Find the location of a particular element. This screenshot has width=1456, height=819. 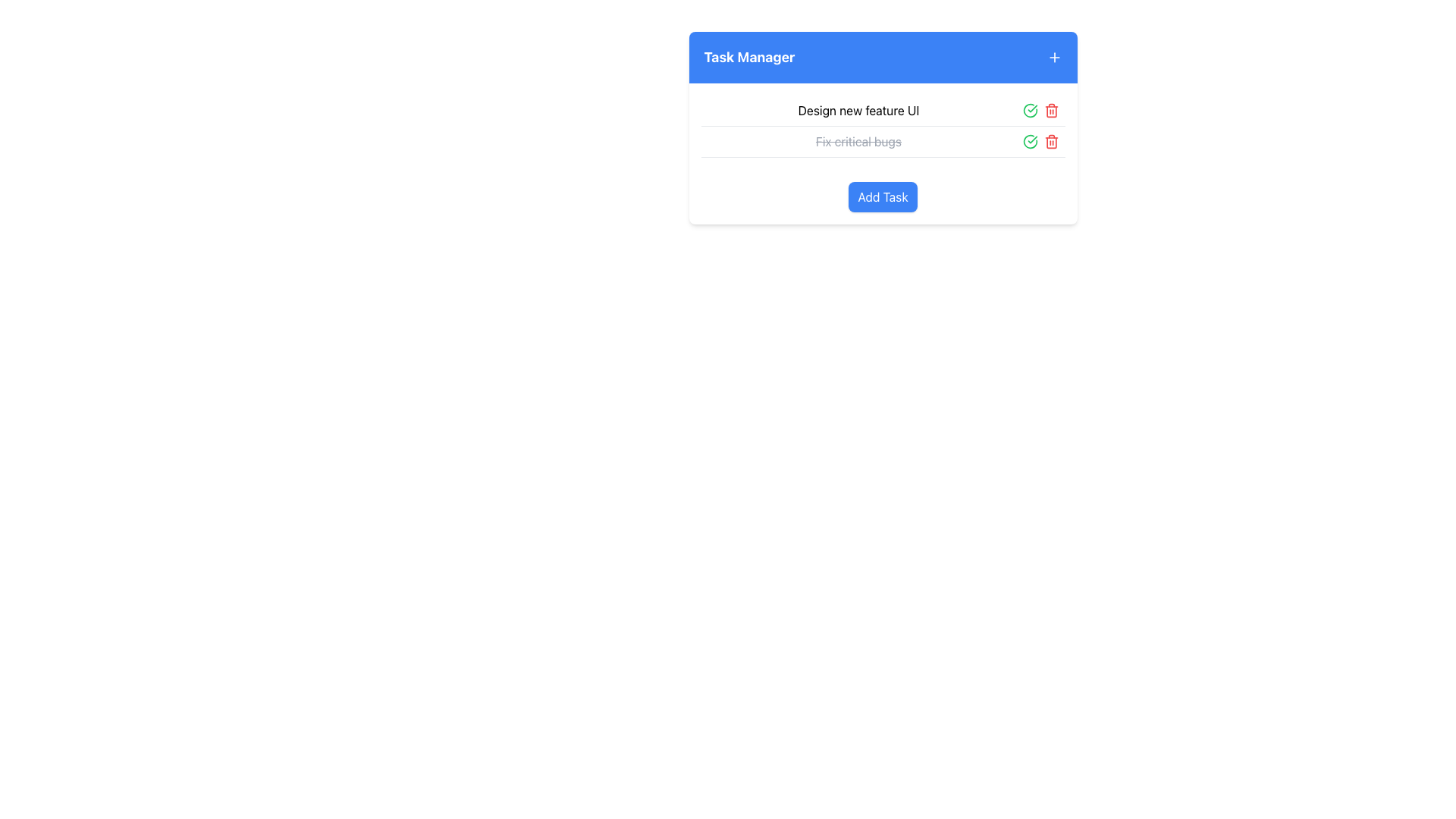

the confirmation button located next to the text 'Fix critical bugs' in the second task row to mark the task as completed is located at coordinates (1030, 110).